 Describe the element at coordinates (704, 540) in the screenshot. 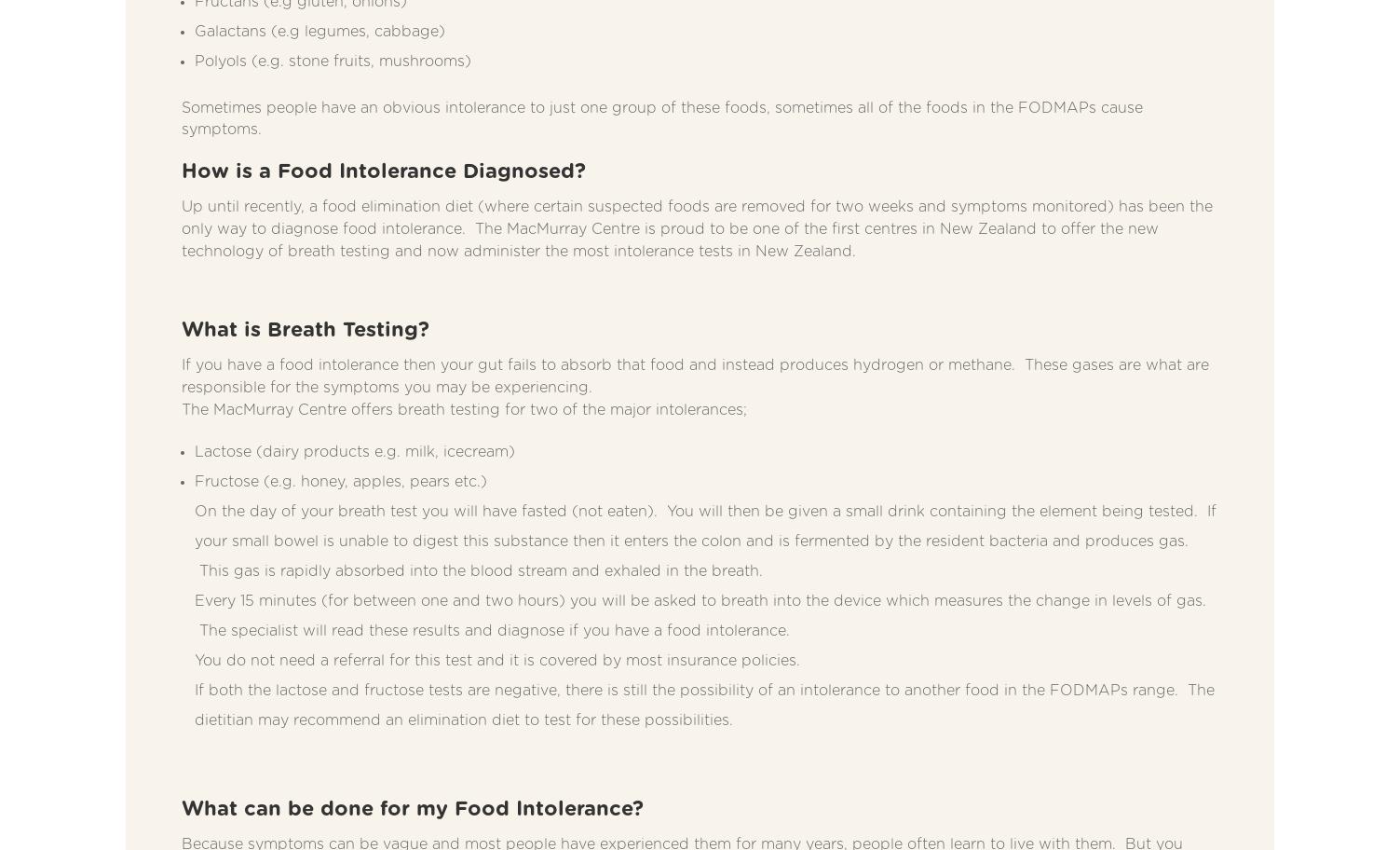

I see `'On the day of your breath test you will have fasted (not eaten).  You will then be given a small drink containing the element being tested.  If your small bowel is unable to digest this substance then it enters the colon and is fermented by the resident bacteria and produces gas.  This gas is rapidly absorbed into the blood stream and exhaled in the breath.'` at that location.